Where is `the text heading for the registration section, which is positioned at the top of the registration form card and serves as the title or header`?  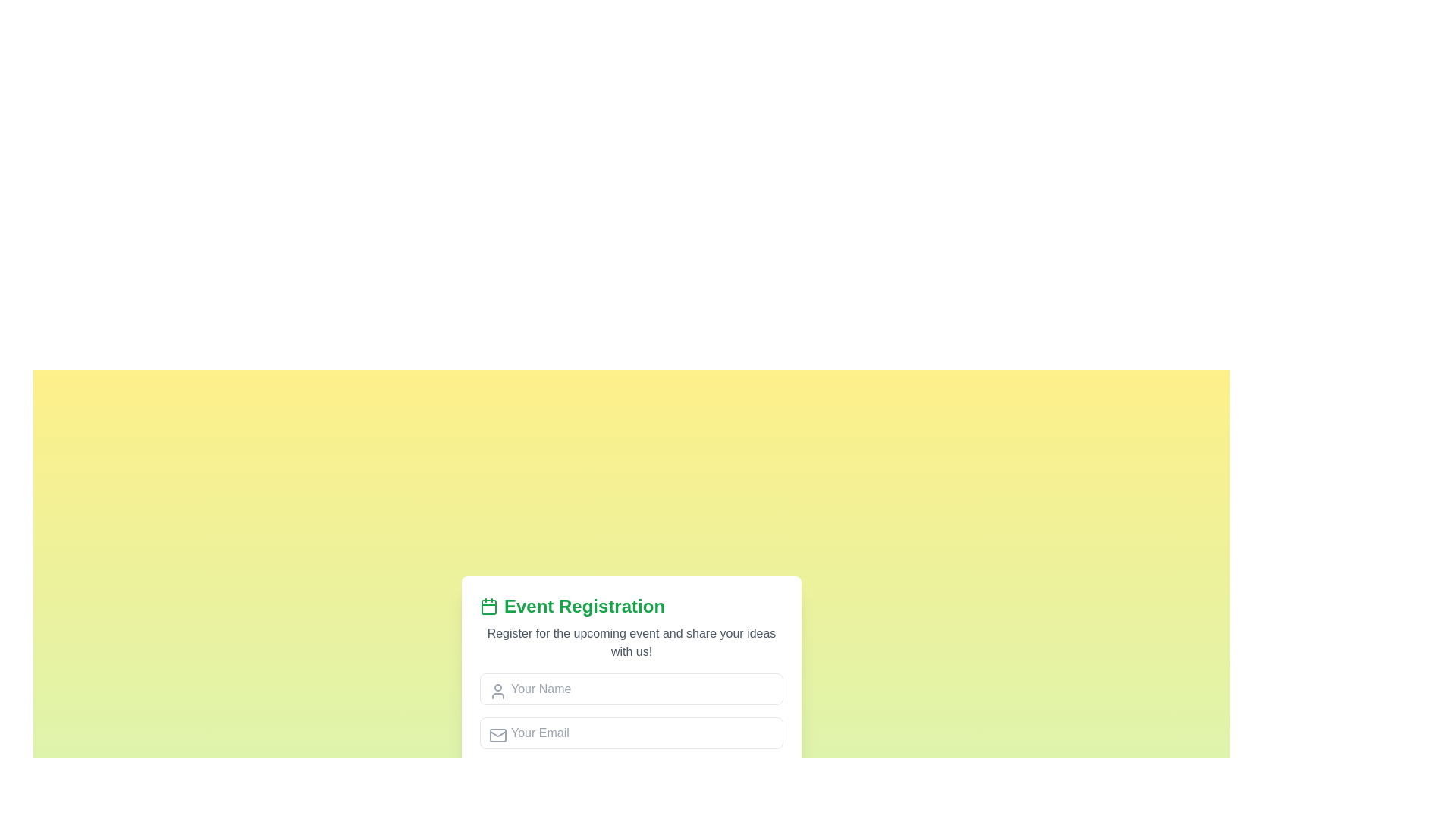
the text heading for the registration section, which is positioned at the top of the registration form card and serves as the title or header is located at coordinates (632, 604).